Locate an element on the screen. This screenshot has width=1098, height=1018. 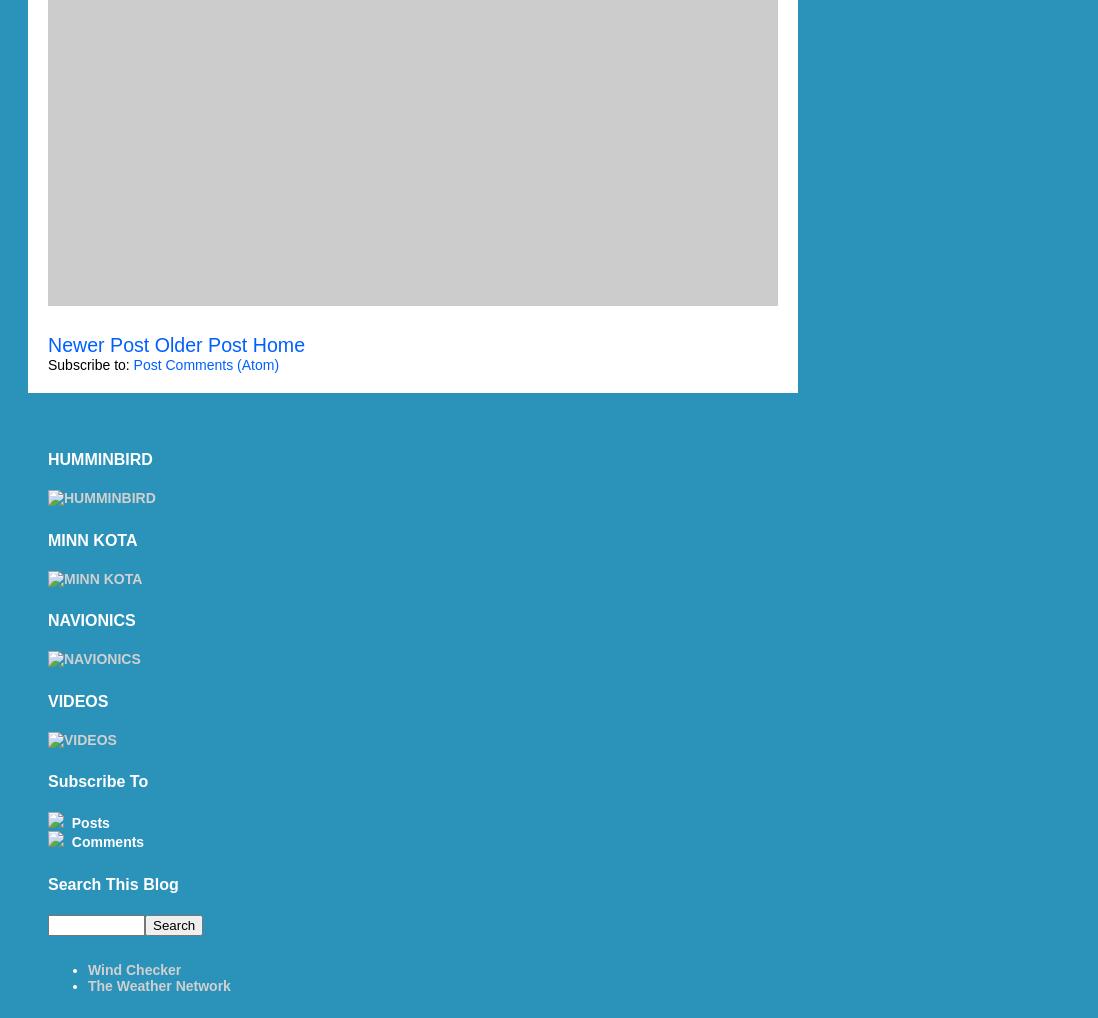
'Home' is located at coordinates (278, 342).